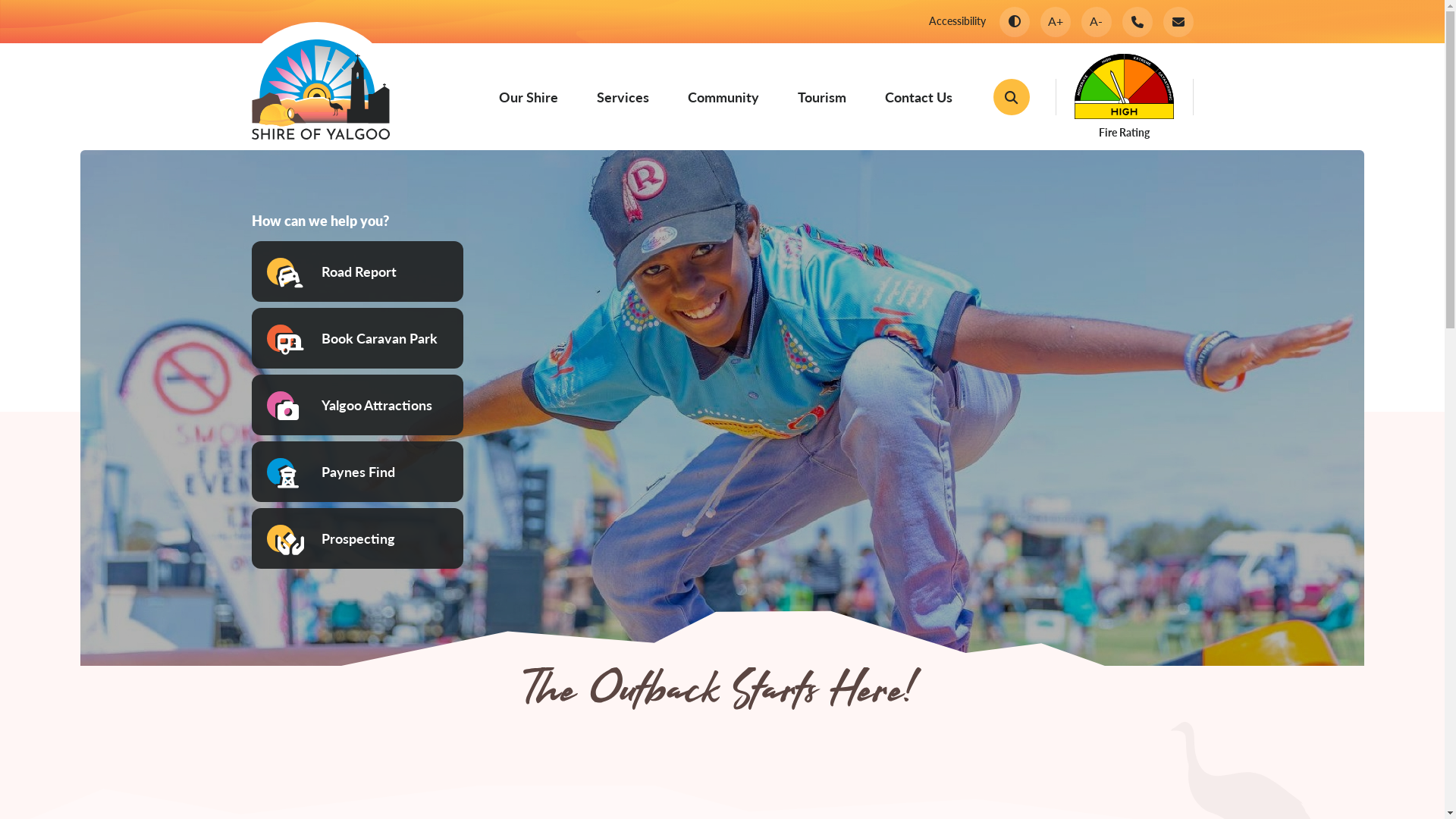  Describe the element at coordinates (1137, 20) in the screenshot. I see `'Phone the Shire of Yalgoo'` at that location.